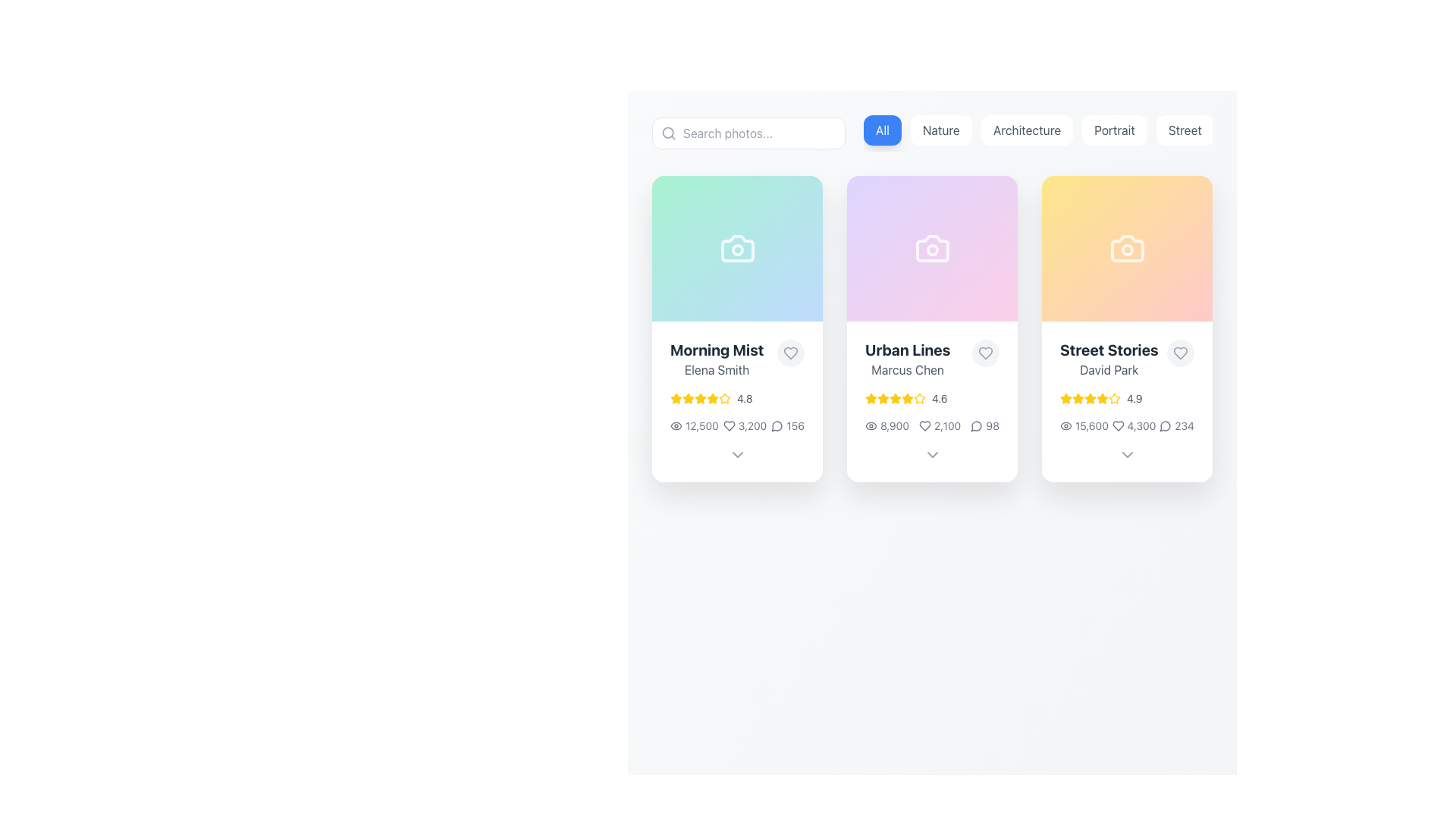 The width and height of the screenshot is (1456, 819). I want to click on the third star in the five-star rating representation under the title 'Urban Lines.', so click(895, 397).